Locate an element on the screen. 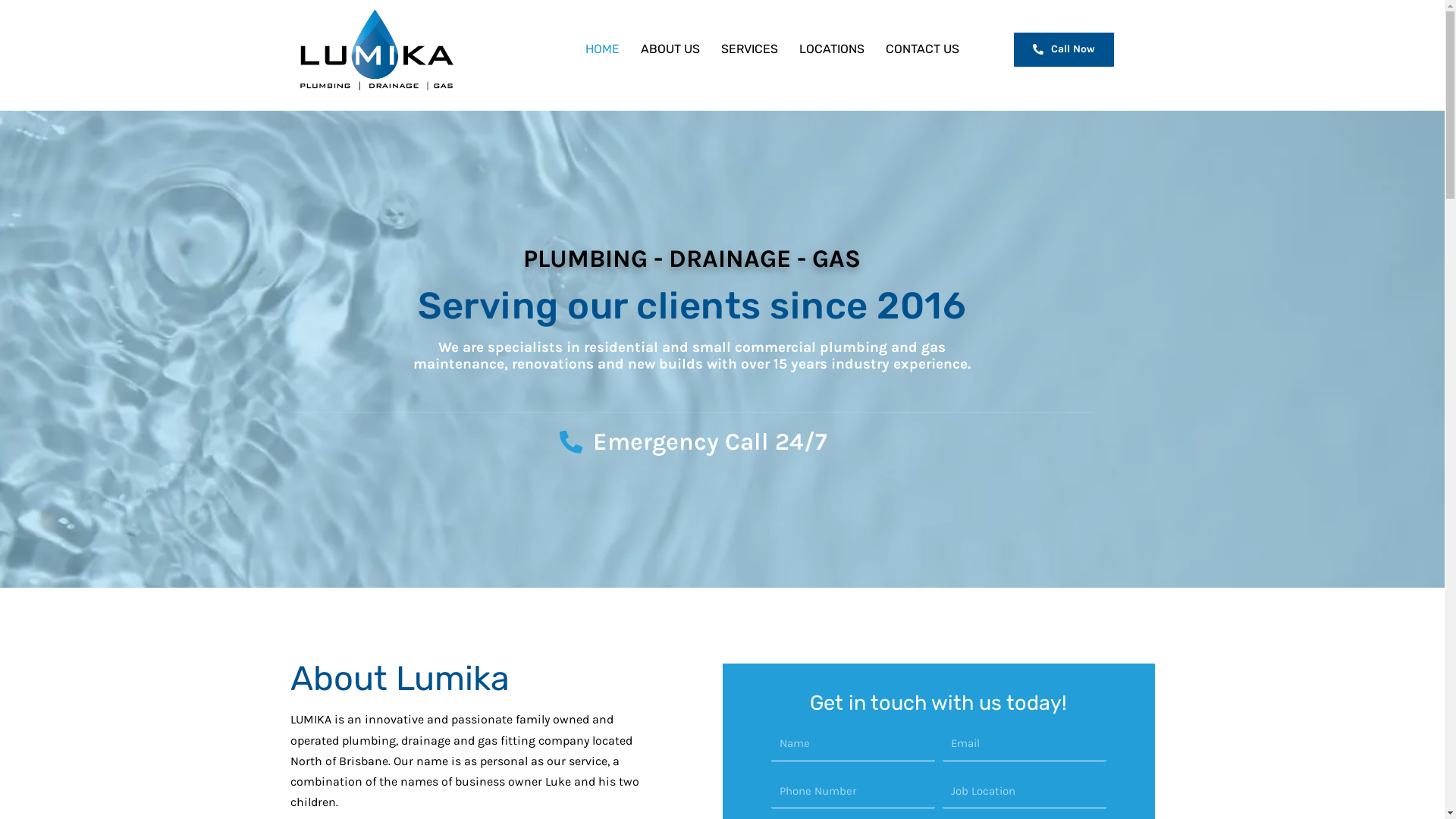 The width and height of the screenshot is (1456, 819). 'CONTACT US' is located at coordinates (921, 49).